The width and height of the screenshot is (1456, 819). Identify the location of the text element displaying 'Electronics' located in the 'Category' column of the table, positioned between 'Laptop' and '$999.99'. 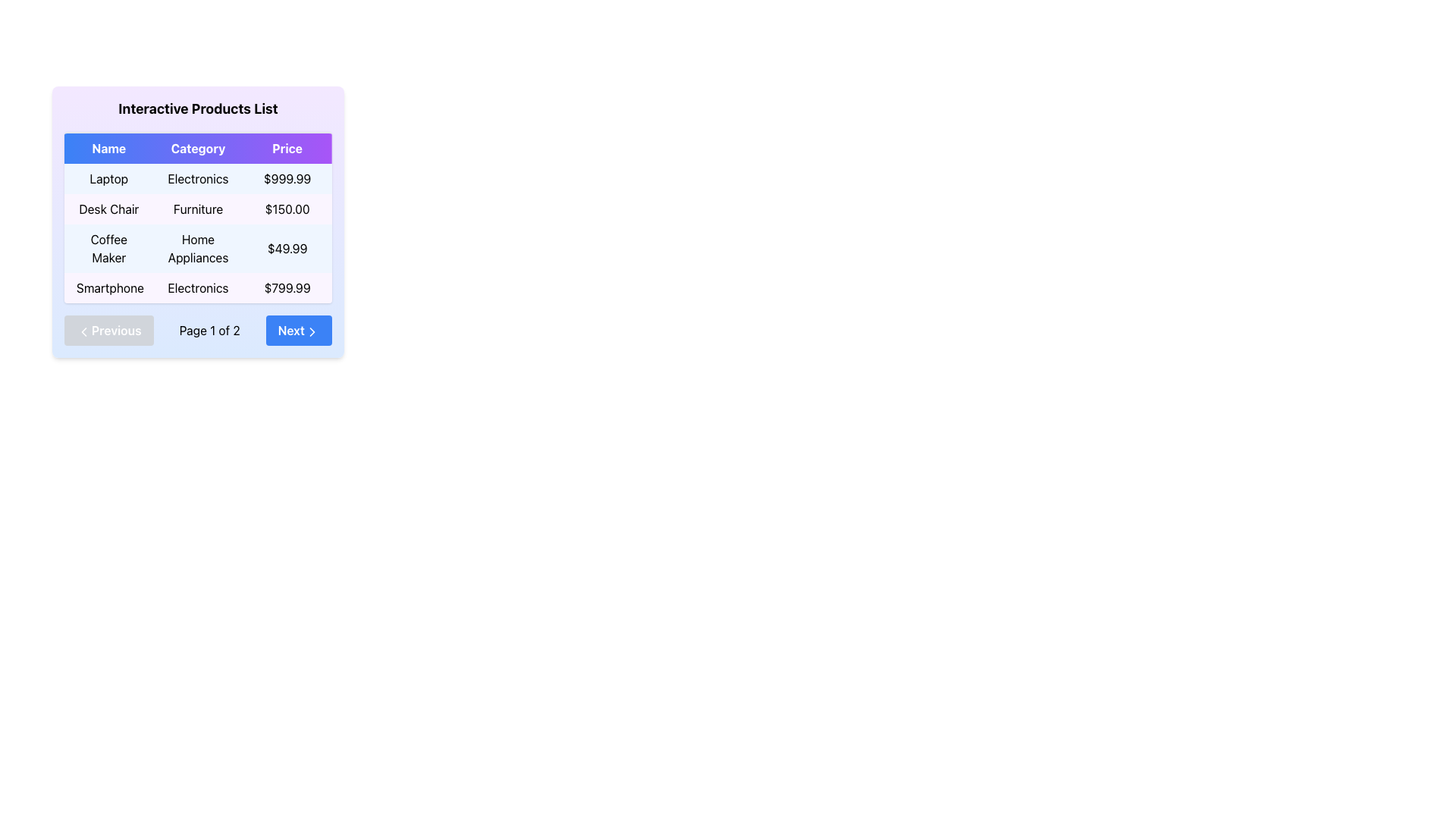
(197, 177).